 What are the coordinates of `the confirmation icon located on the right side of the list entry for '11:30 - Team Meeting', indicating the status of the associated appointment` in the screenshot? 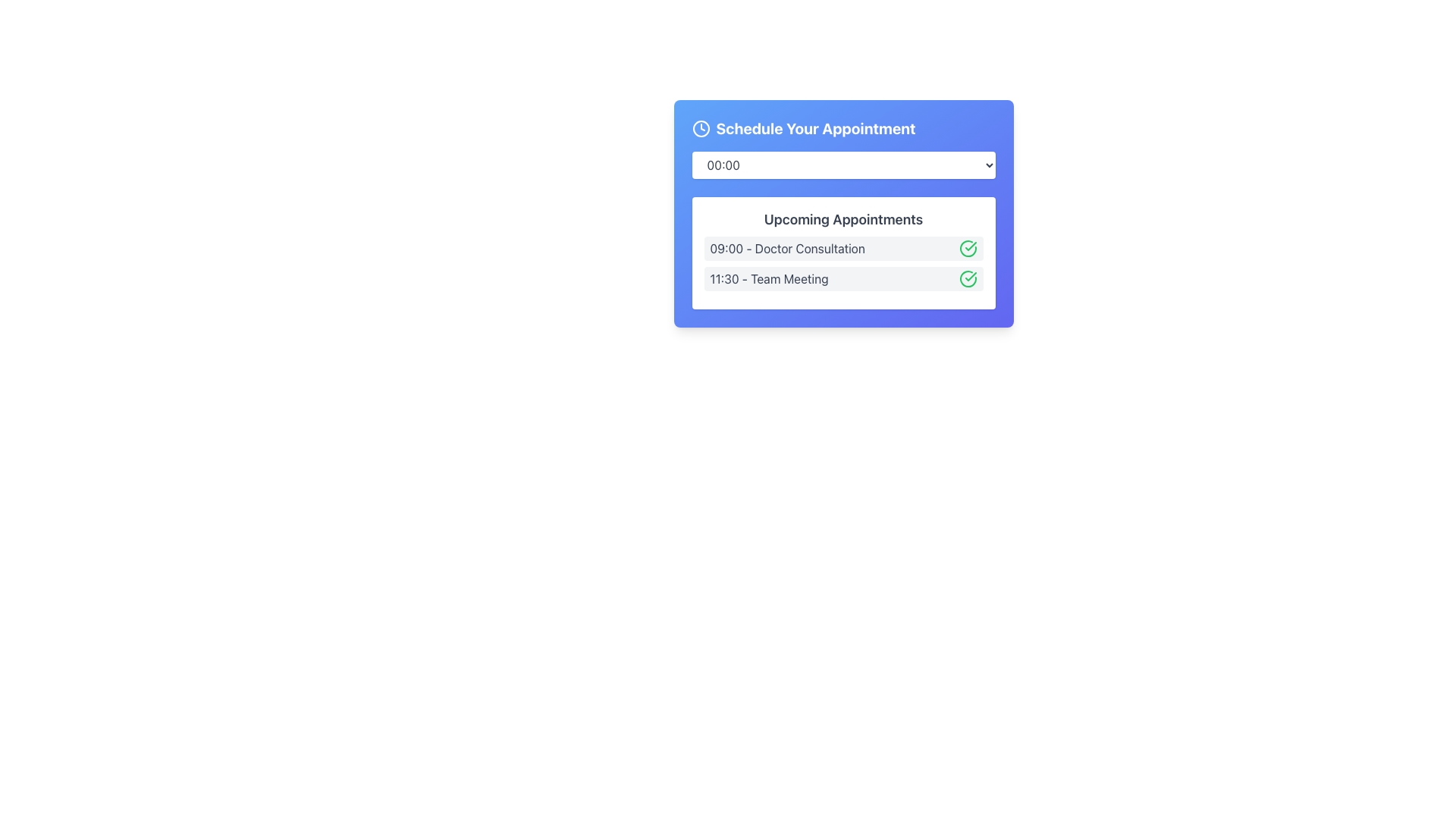 It's located at (967, 278).